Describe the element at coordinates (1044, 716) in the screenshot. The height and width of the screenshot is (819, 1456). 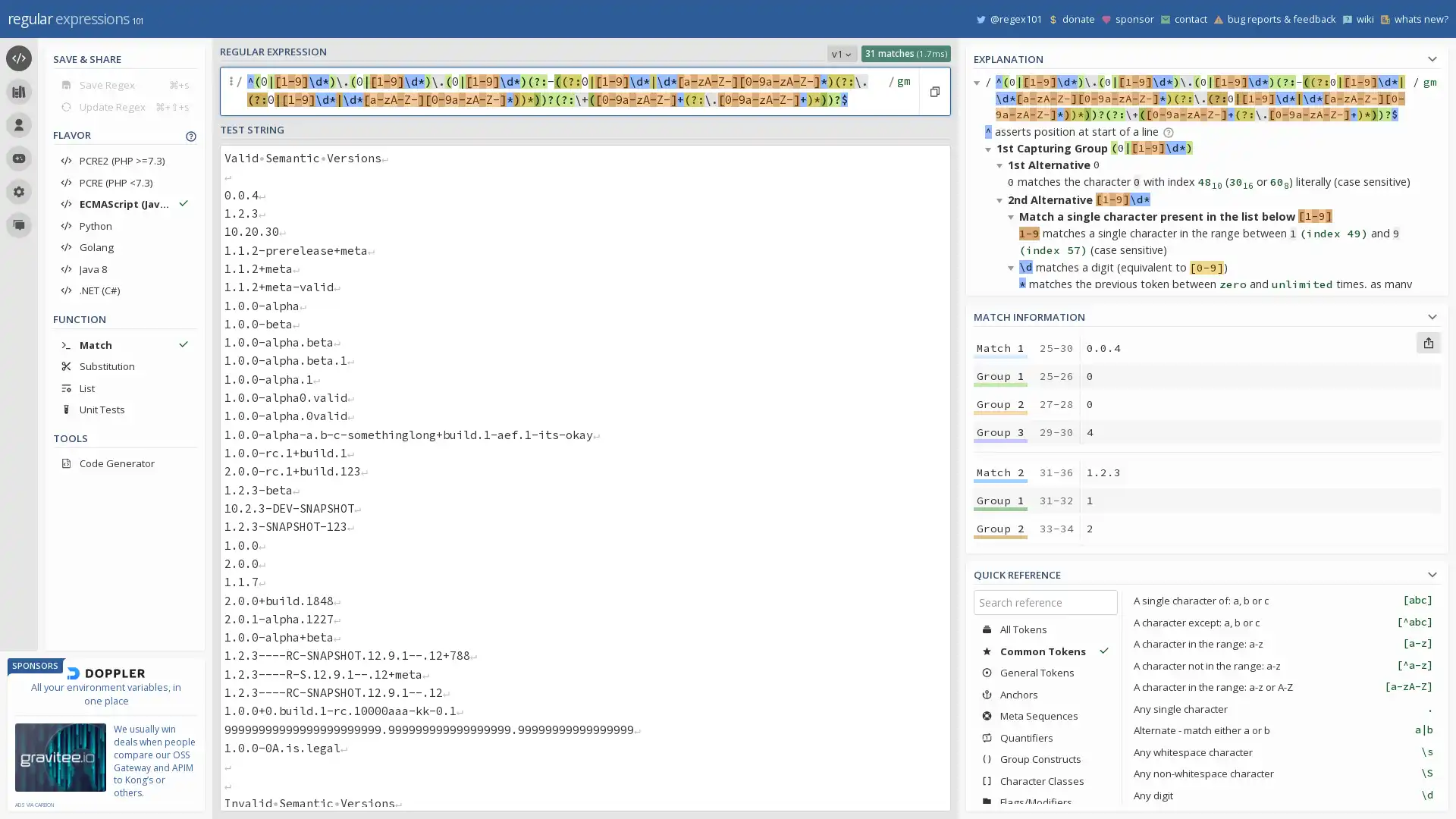
I see `Meta Sequences` at that location.